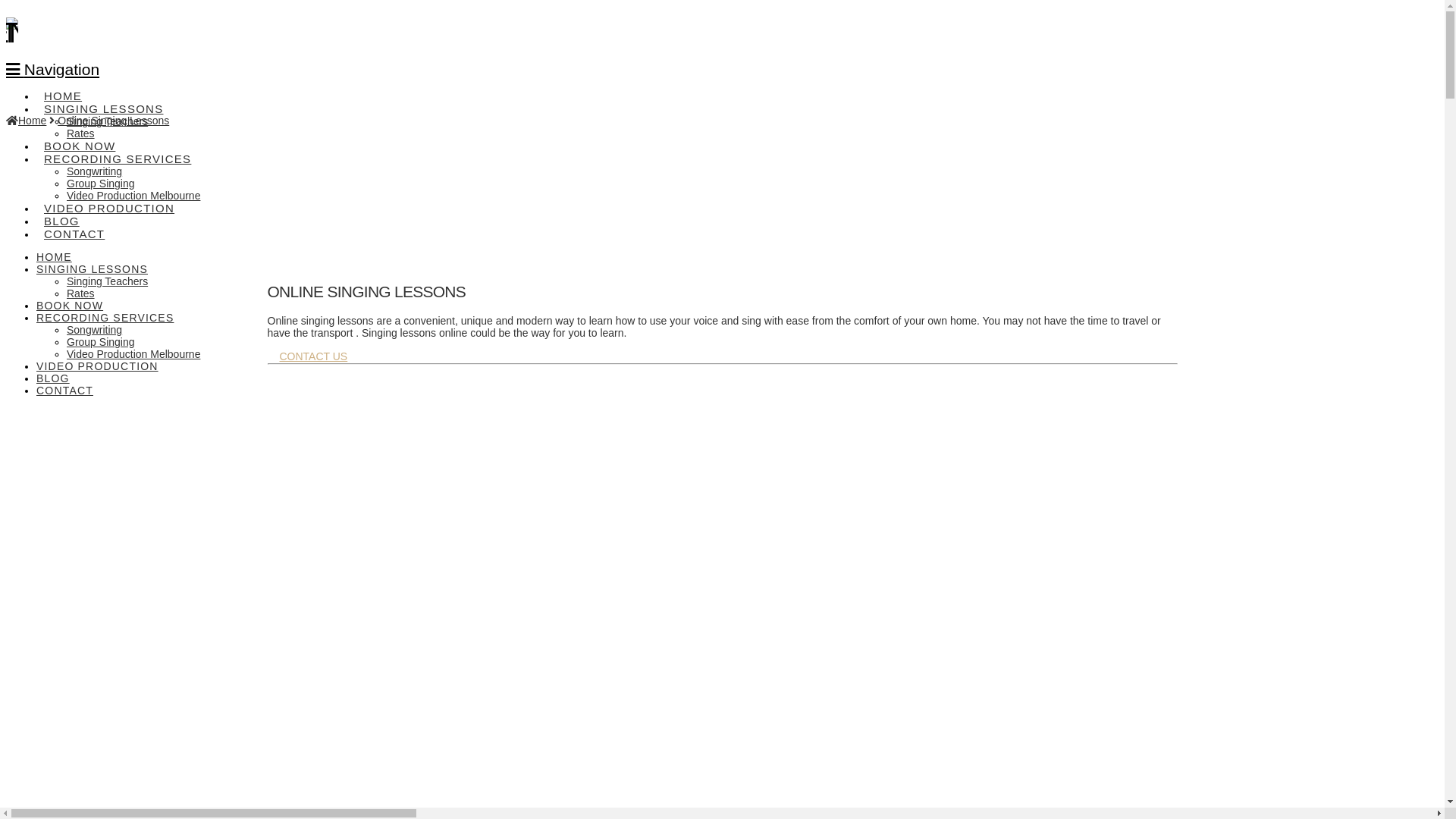 The image size is (1456, 819). What do you see at coordinates (68, 305) in the screenshot?
I see `'BOOK NOW'` at bounding box center [68, 305].